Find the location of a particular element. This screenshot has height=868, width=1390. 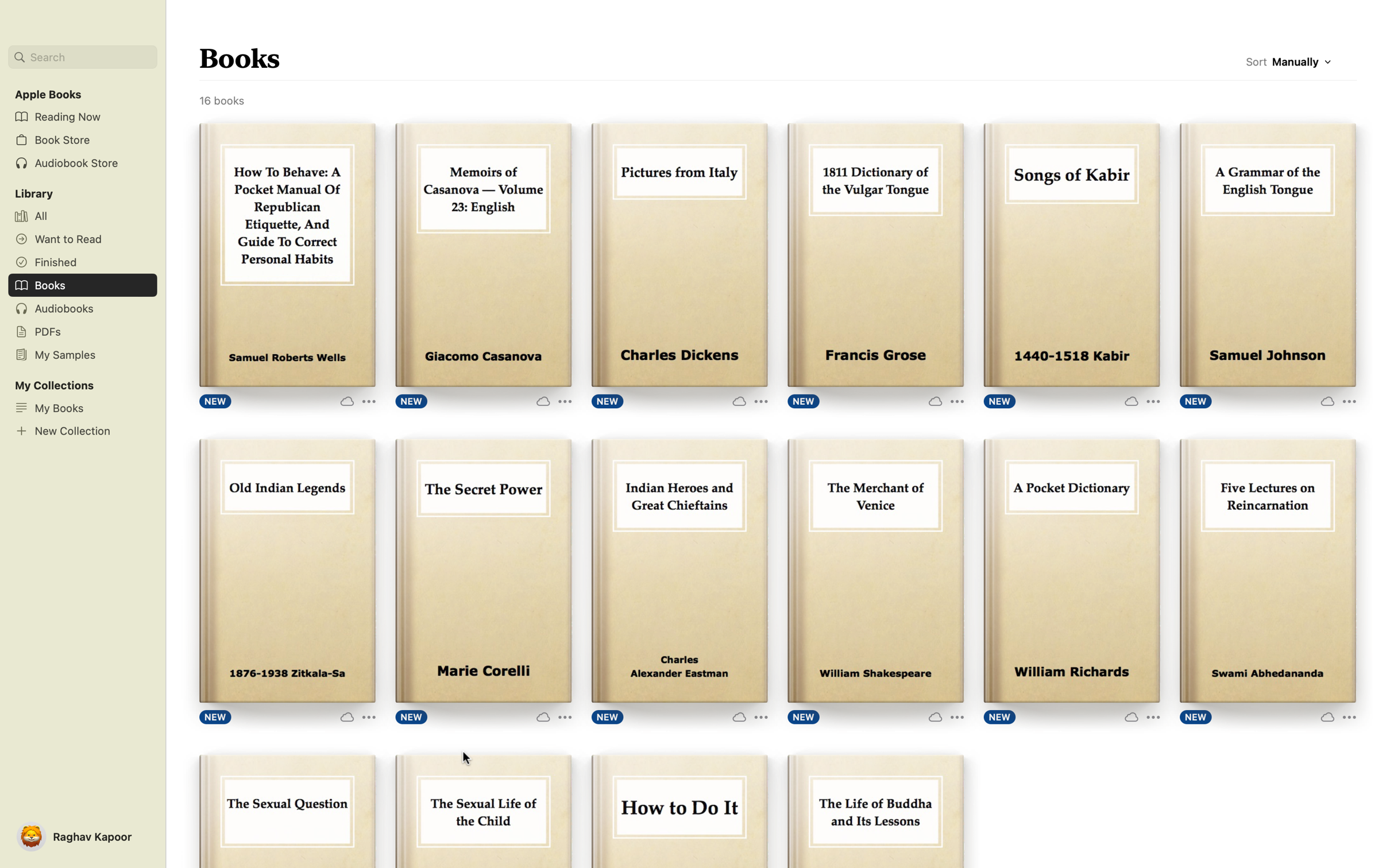

Organize the book names using the List View option is located at coordinates (1303, 64).